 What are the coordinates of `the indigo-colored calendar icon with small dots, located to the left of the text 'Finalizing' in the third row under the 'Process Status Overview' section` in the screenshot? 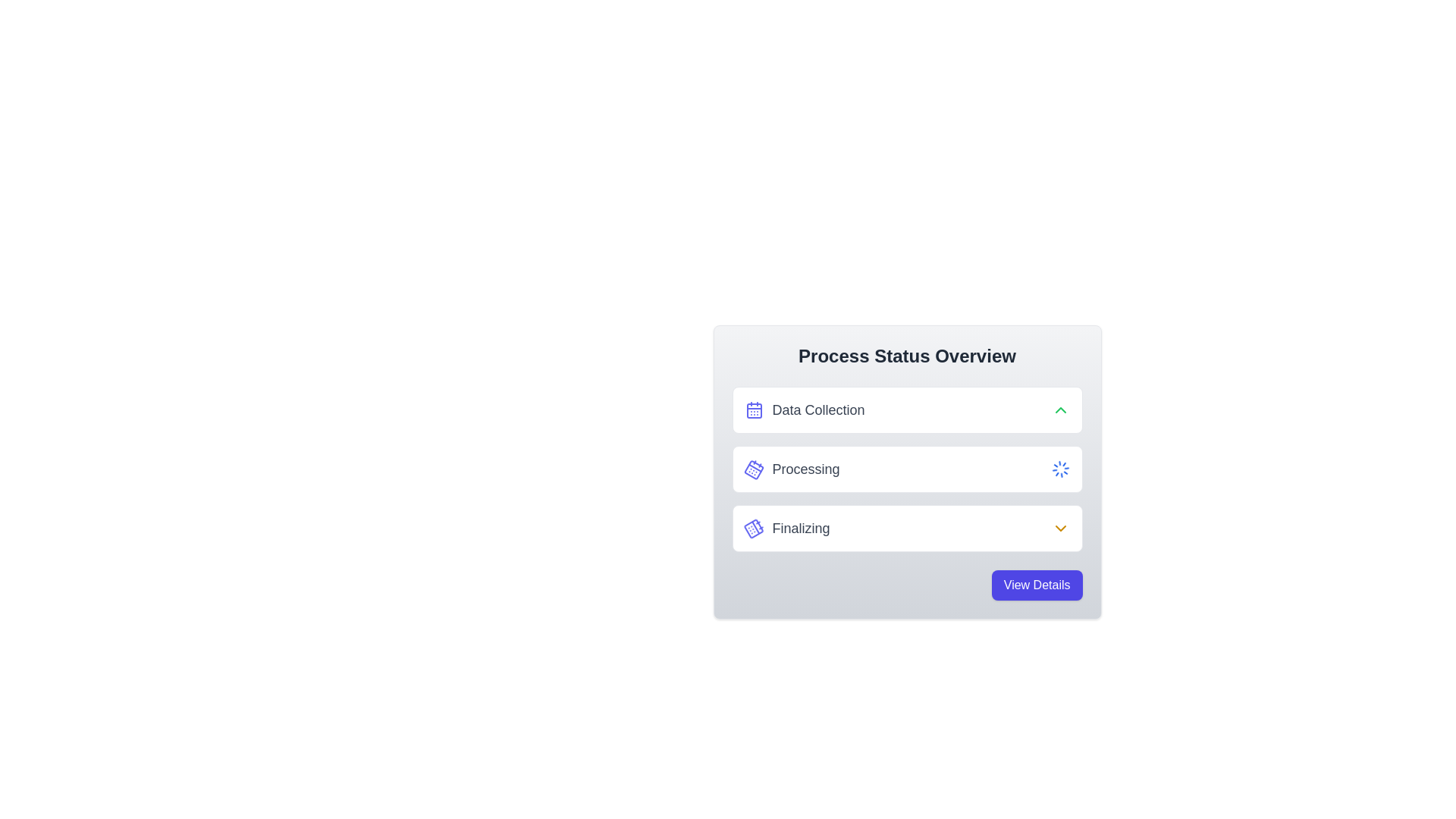 It's located at (754, 528).